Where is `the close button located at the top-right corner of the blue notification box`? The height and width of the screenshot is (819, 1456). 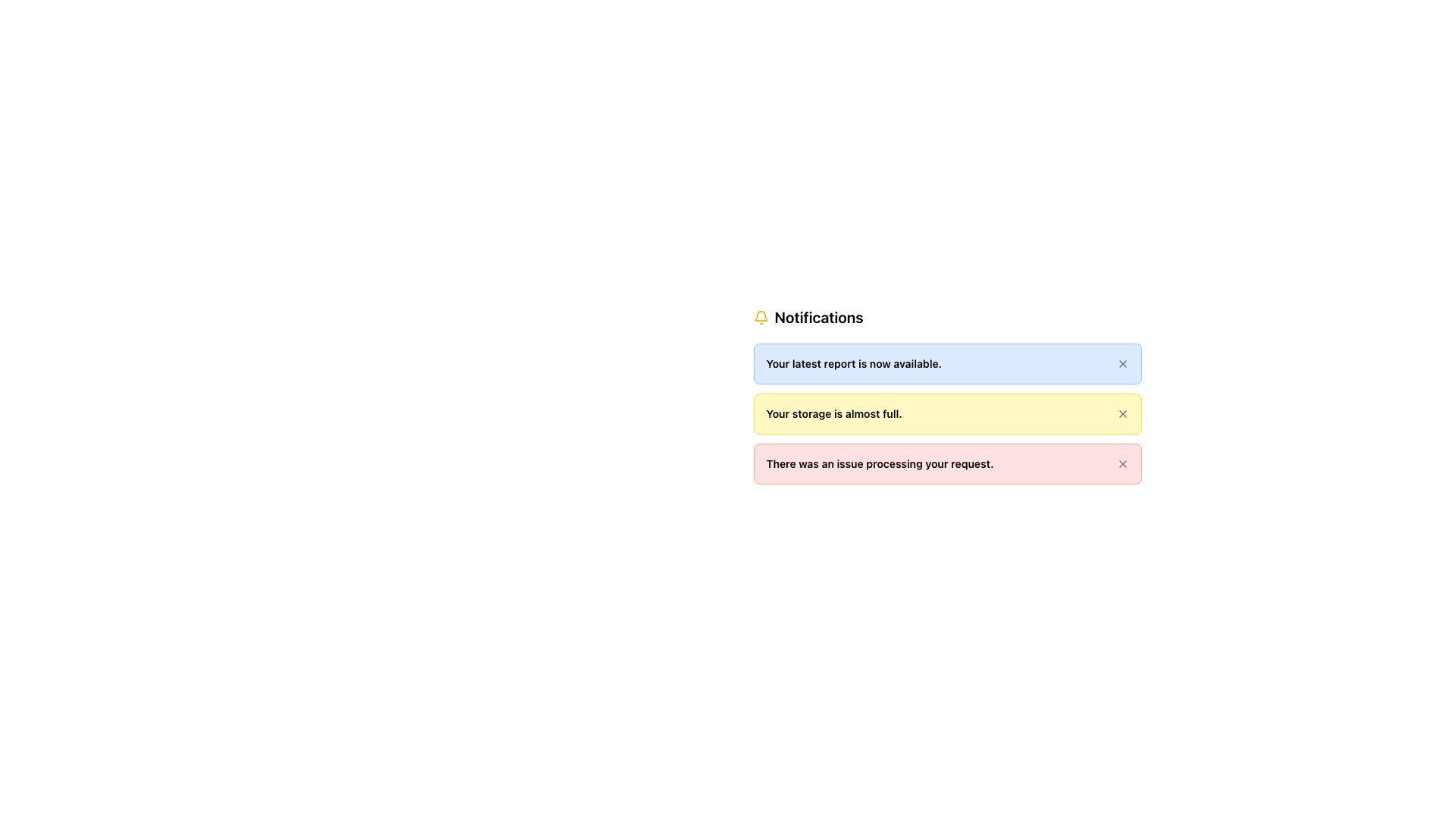 the close button located at the top-right corner of the blue notification box is located at coordinates (1122, 363).